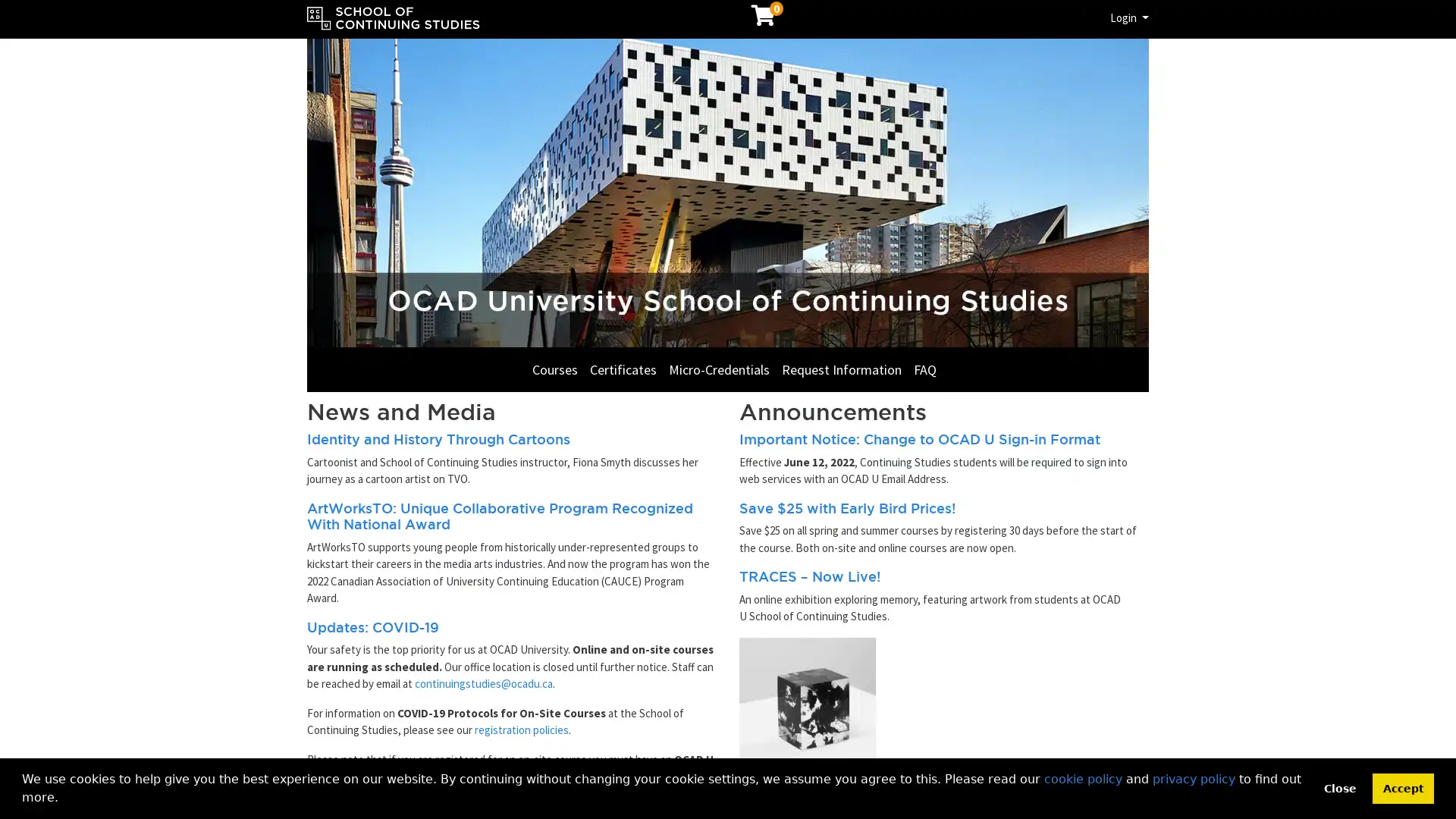 The height and width of the screenshot is (819, 1456). I want to click on allow cookies, so click(1402, 787).